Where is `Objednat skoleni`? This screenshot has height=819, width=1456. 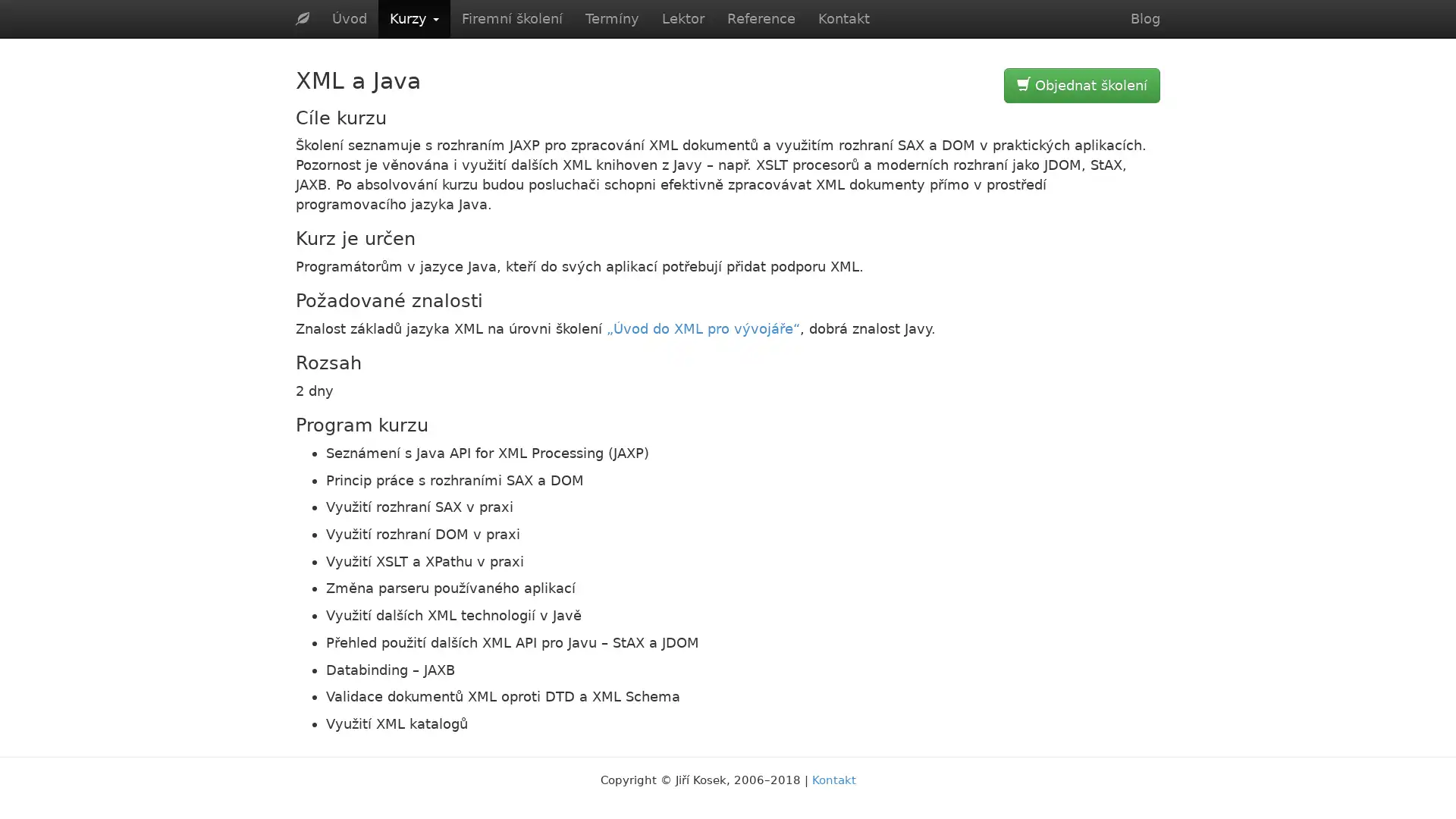
Objednat skoleni is located at coordinates (1081, 85).